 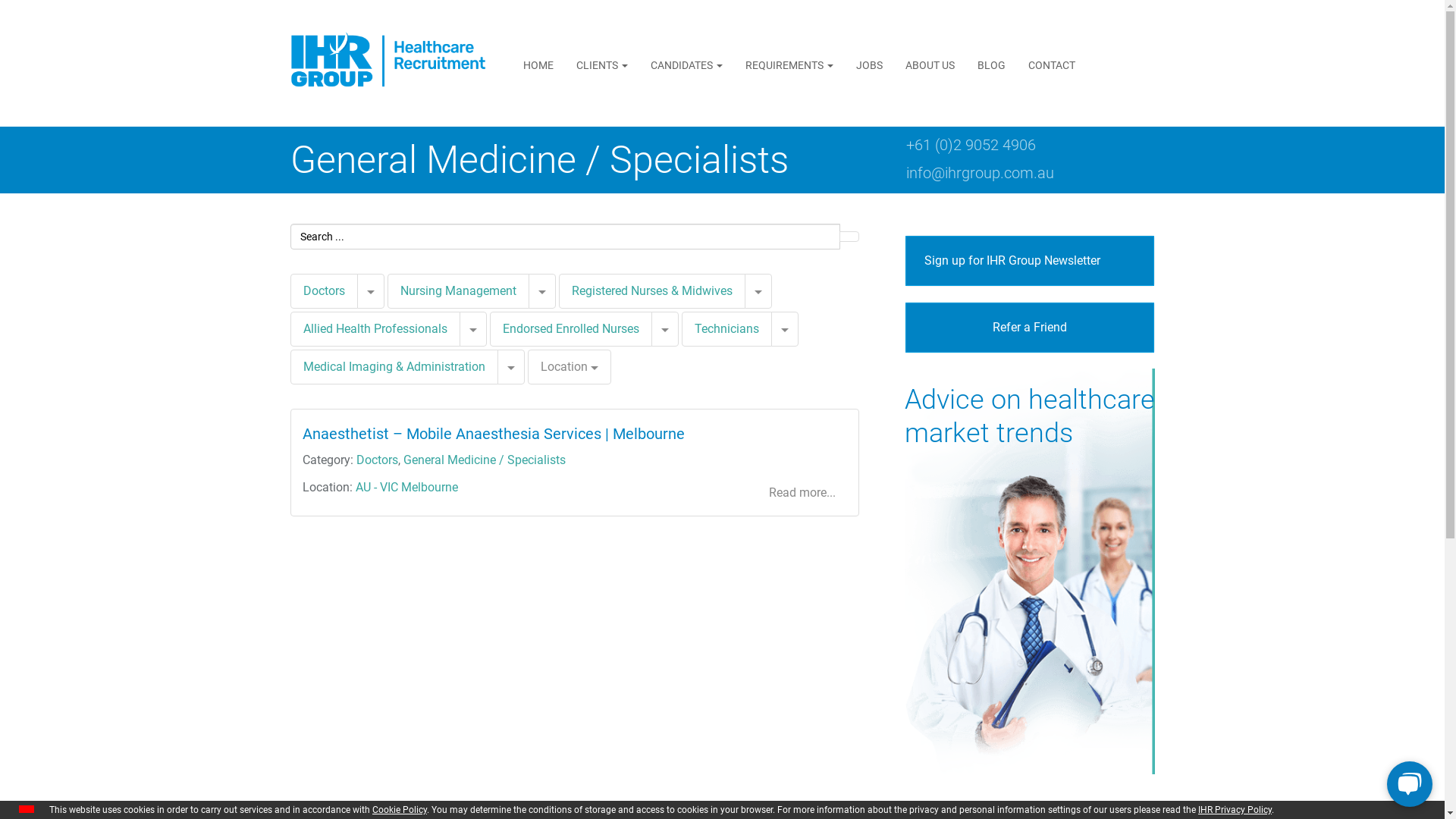 I want to click on 'Registered Nurses & Midwives', so click(x=651, y=290).